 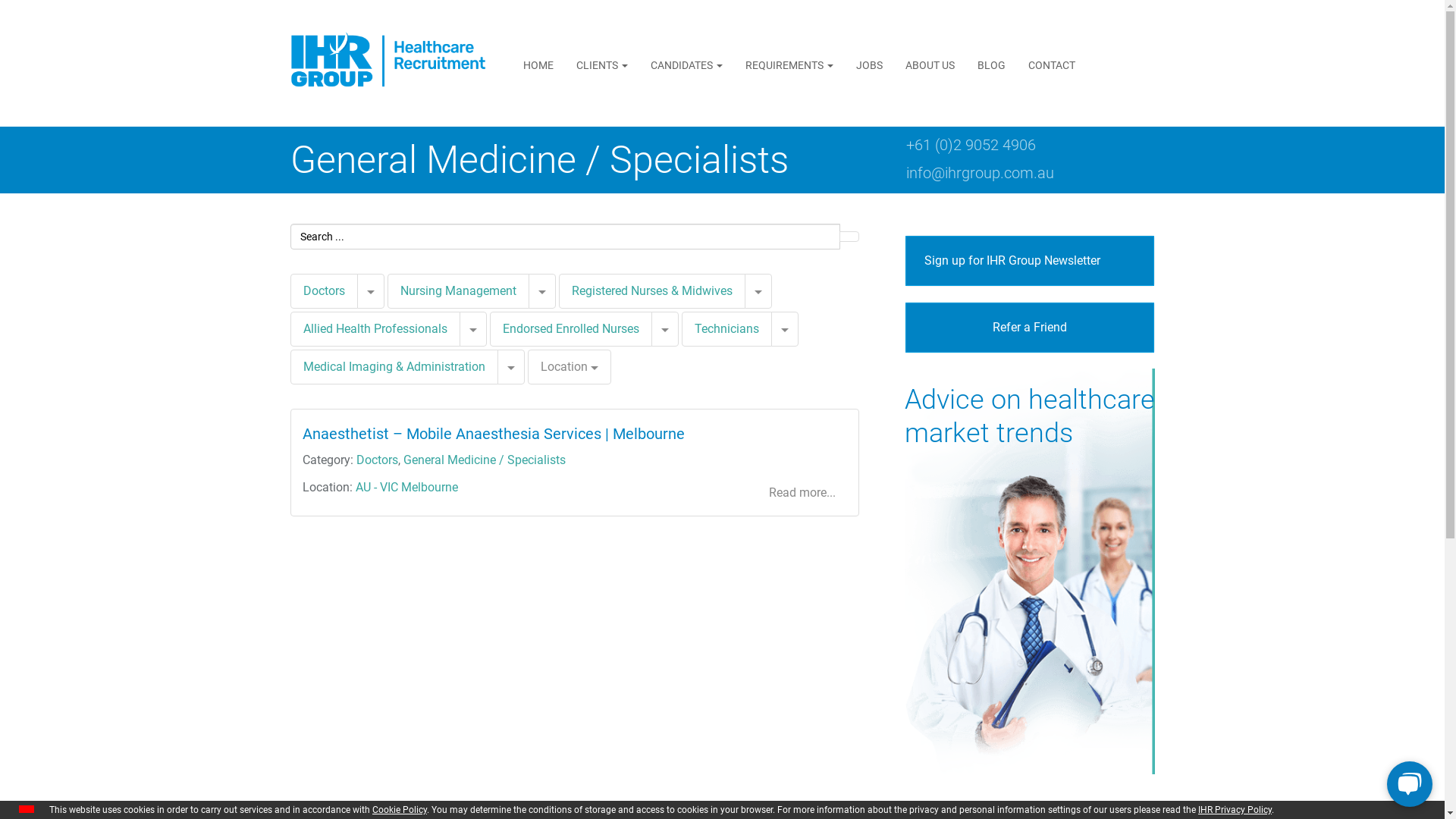 I want to click on 'Registered Nurses & Midwives', so click(x=651, y=290).